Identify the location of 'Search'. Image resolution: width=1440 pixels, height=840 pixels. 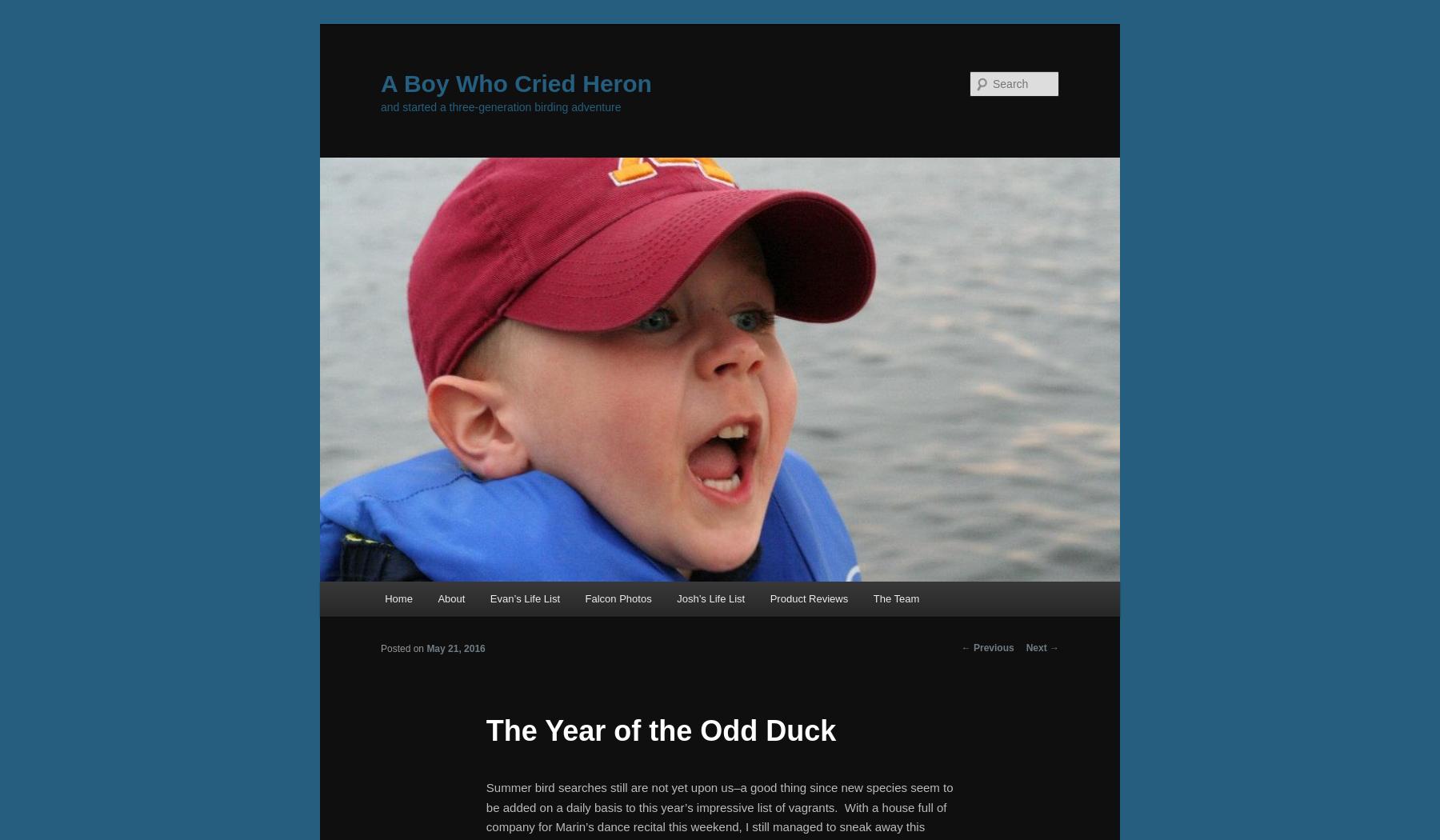
(1078, 80).